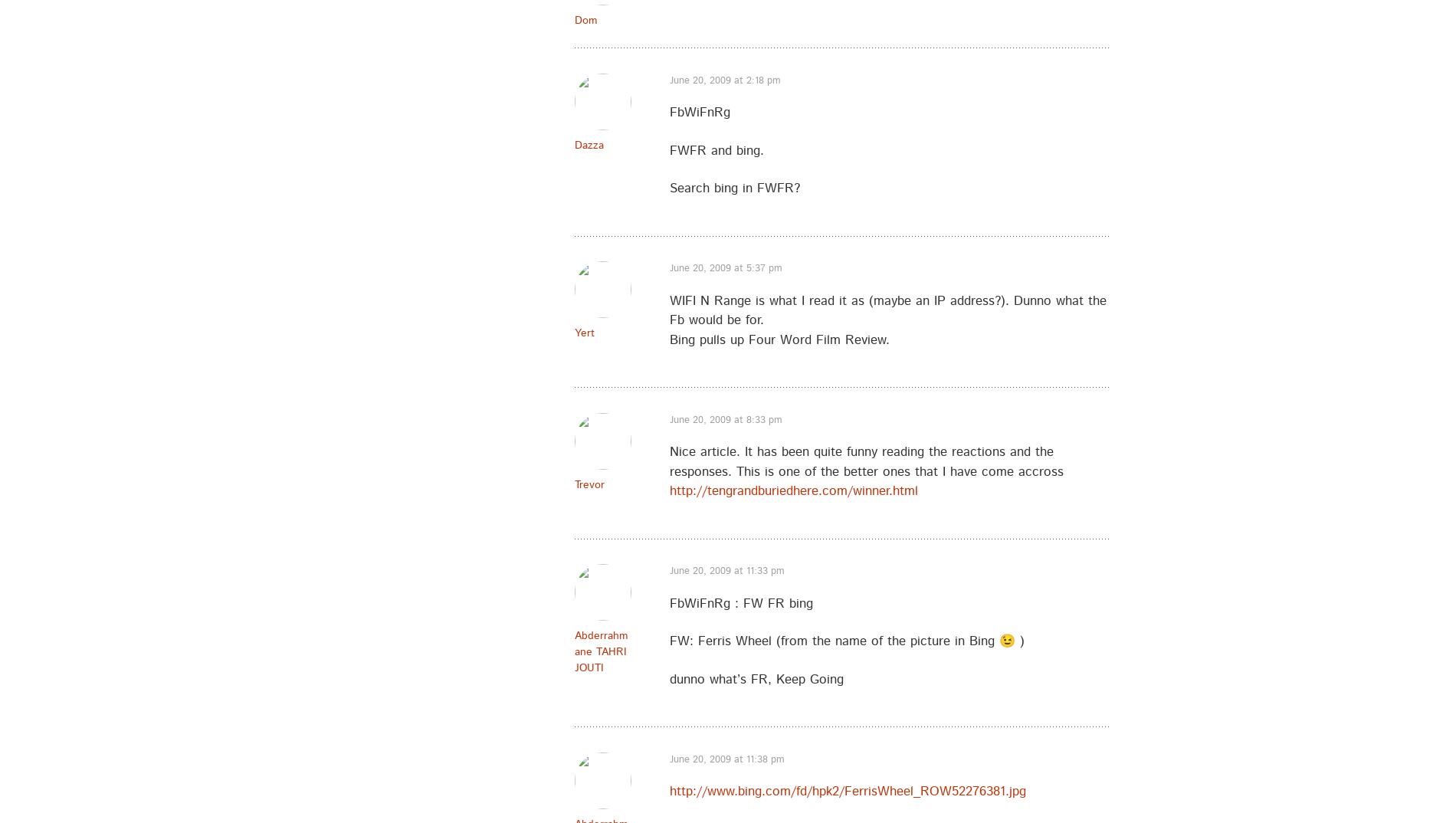  I want to click on 'FbWiFnRg', so click(699, 112).